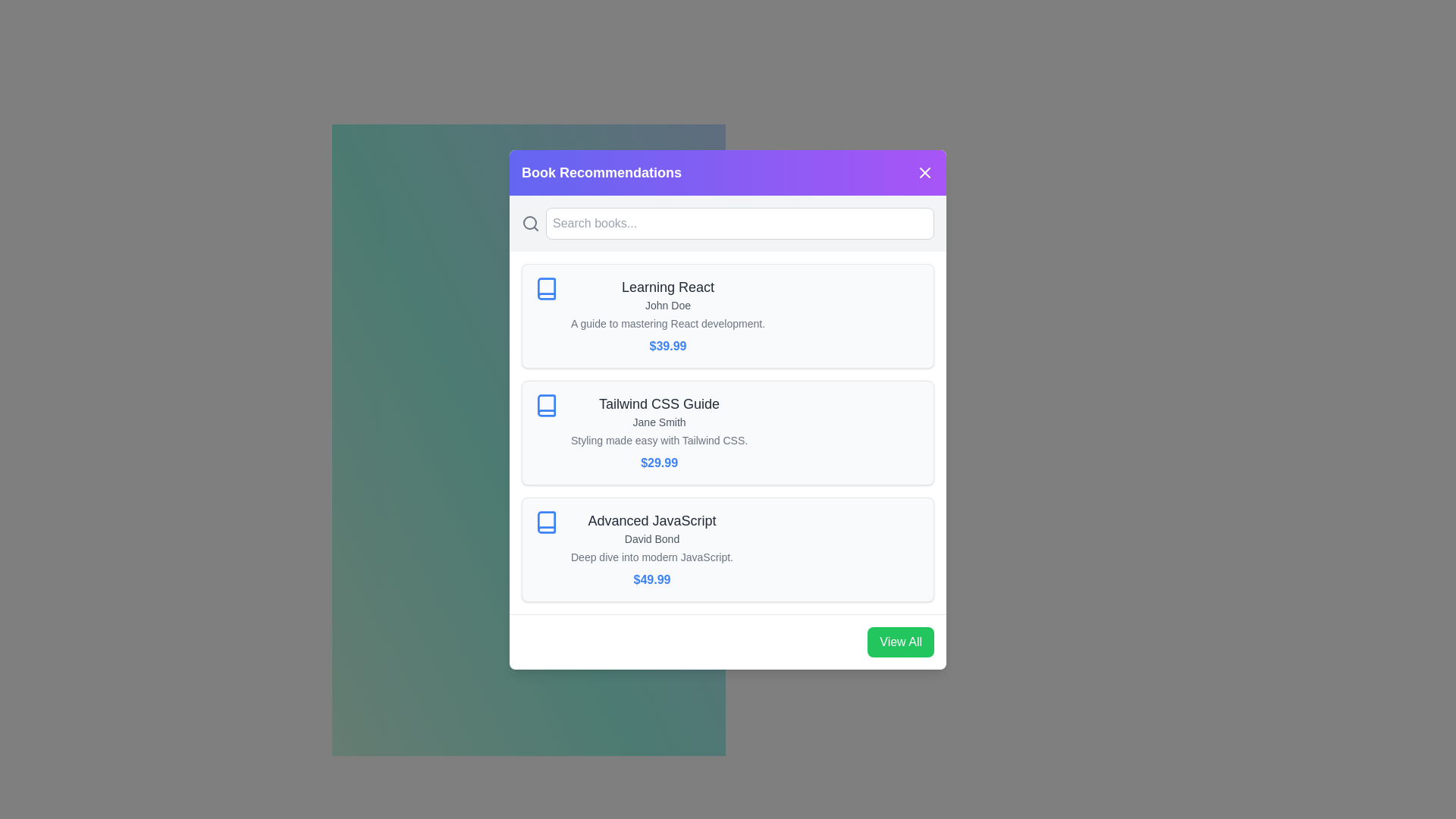 The height and width of the screenshot is (819, 1456). What do you see at coordinates (728, 432) in the screenshot?
I see `the second informational card in the vertical list of book recommendations` at bounding box center [728, 432].